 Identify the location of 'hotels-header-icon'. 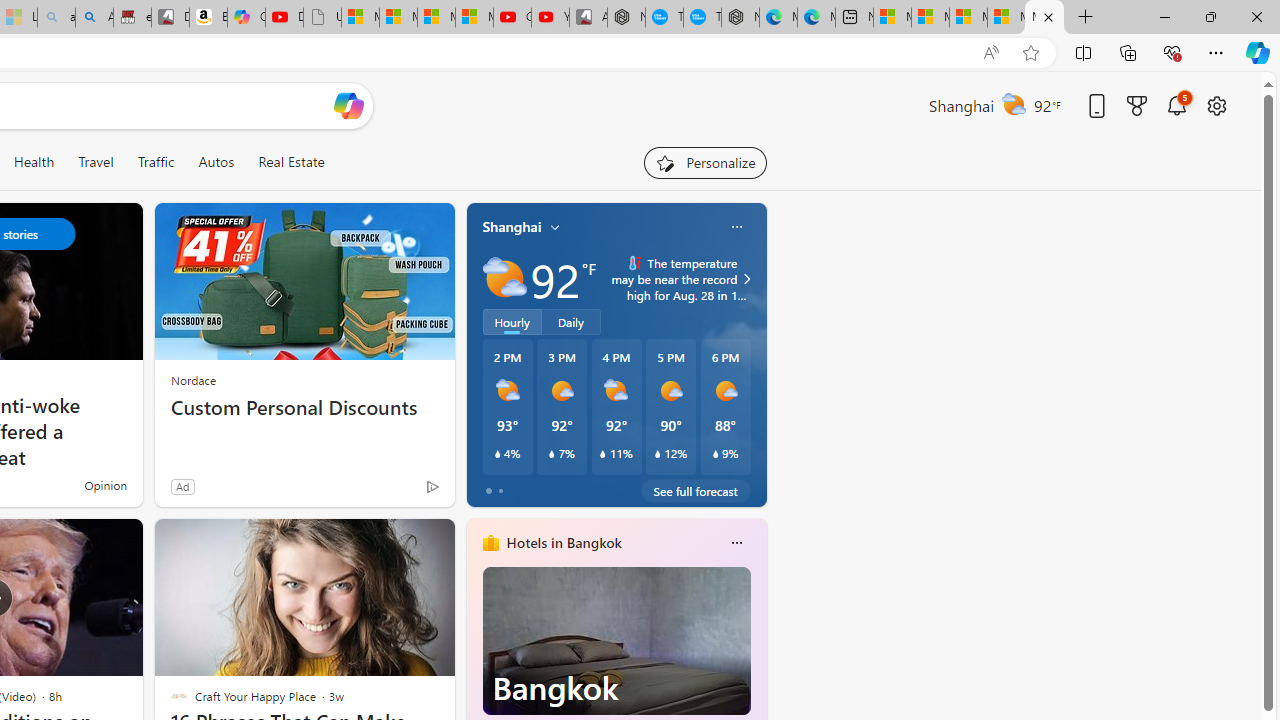
(490, 542).